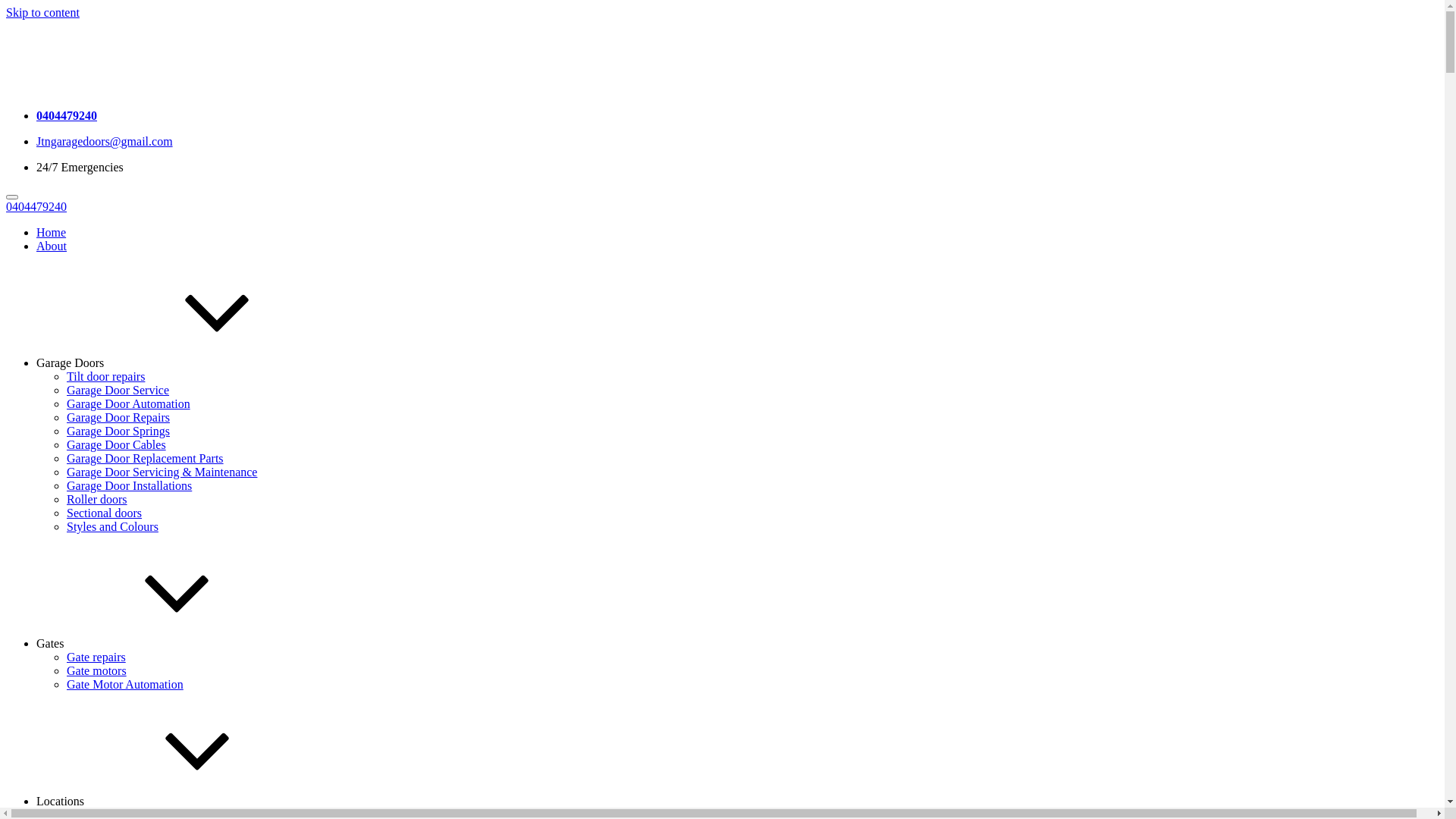 Image resolution: width=1456 pixels, height=819 pixels. I want to click on 'Gate Motor Automation', so click(124, 684).